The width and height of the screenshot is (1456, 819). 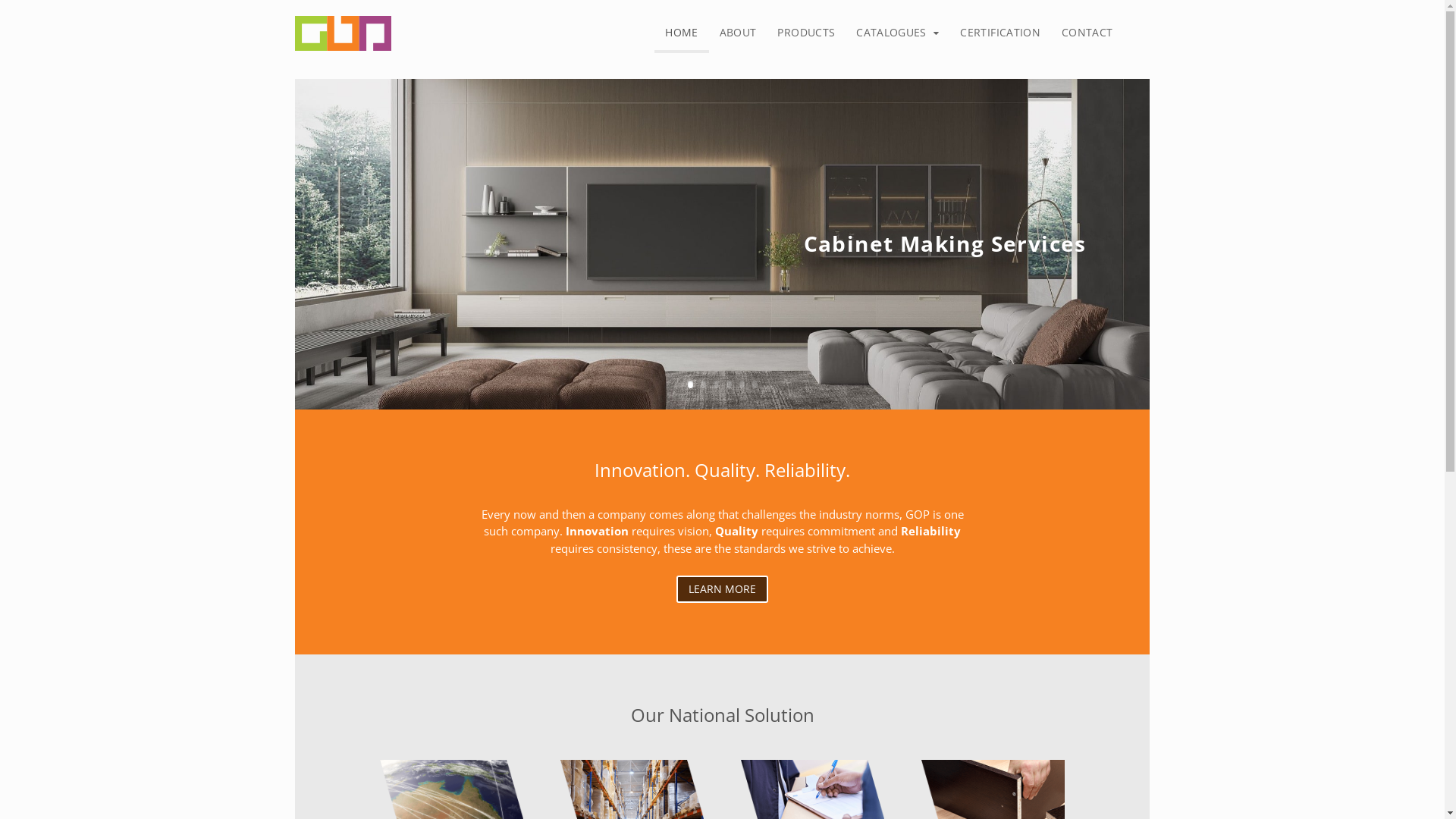 What do you see at coordinates (897, 33) in the screenshot?
I see `'CATALOGUES'` at bounding box center [897, 33].